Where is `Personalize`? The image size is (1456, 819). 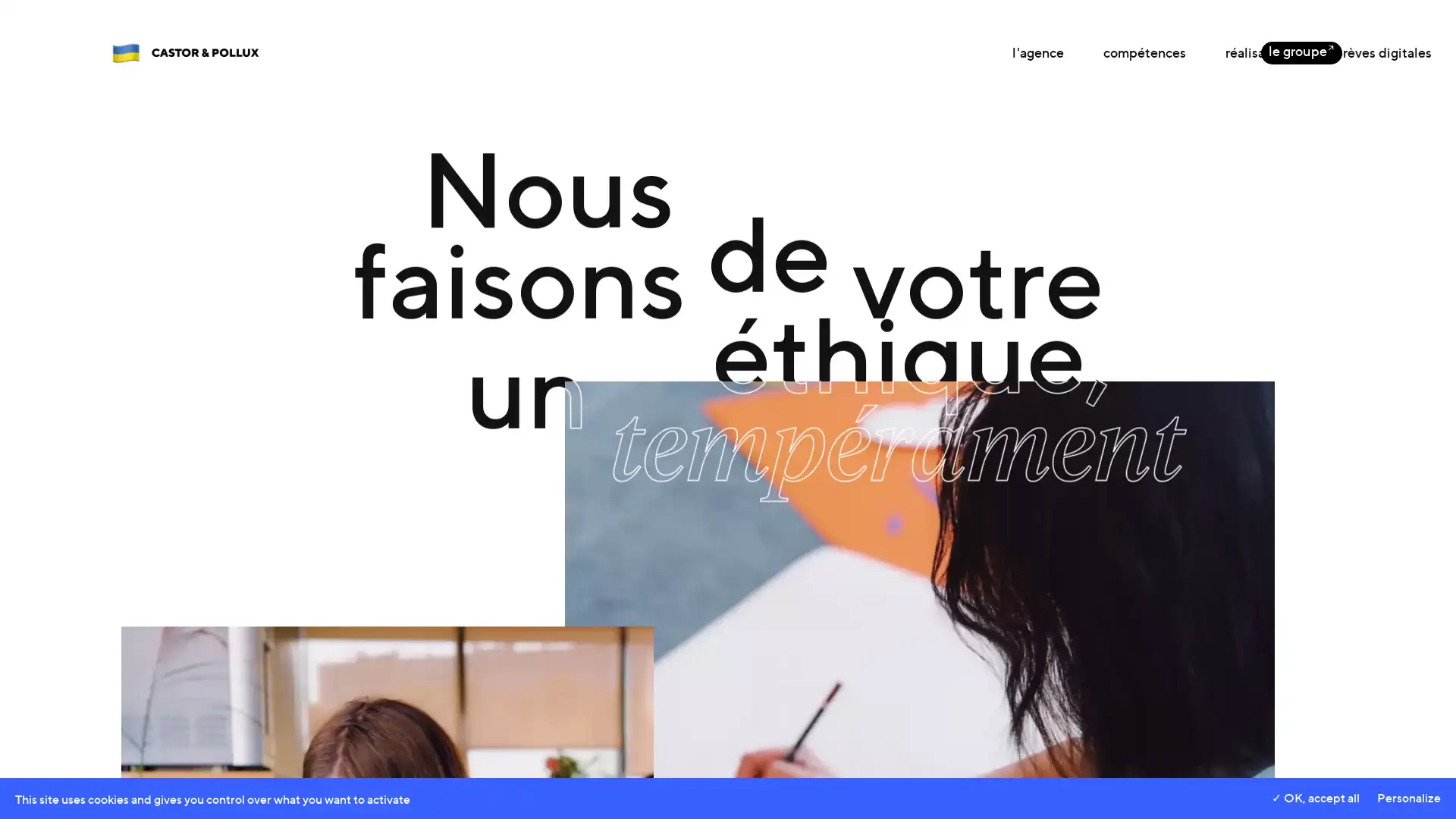 Personalize is located at coordinates (1407, 795).